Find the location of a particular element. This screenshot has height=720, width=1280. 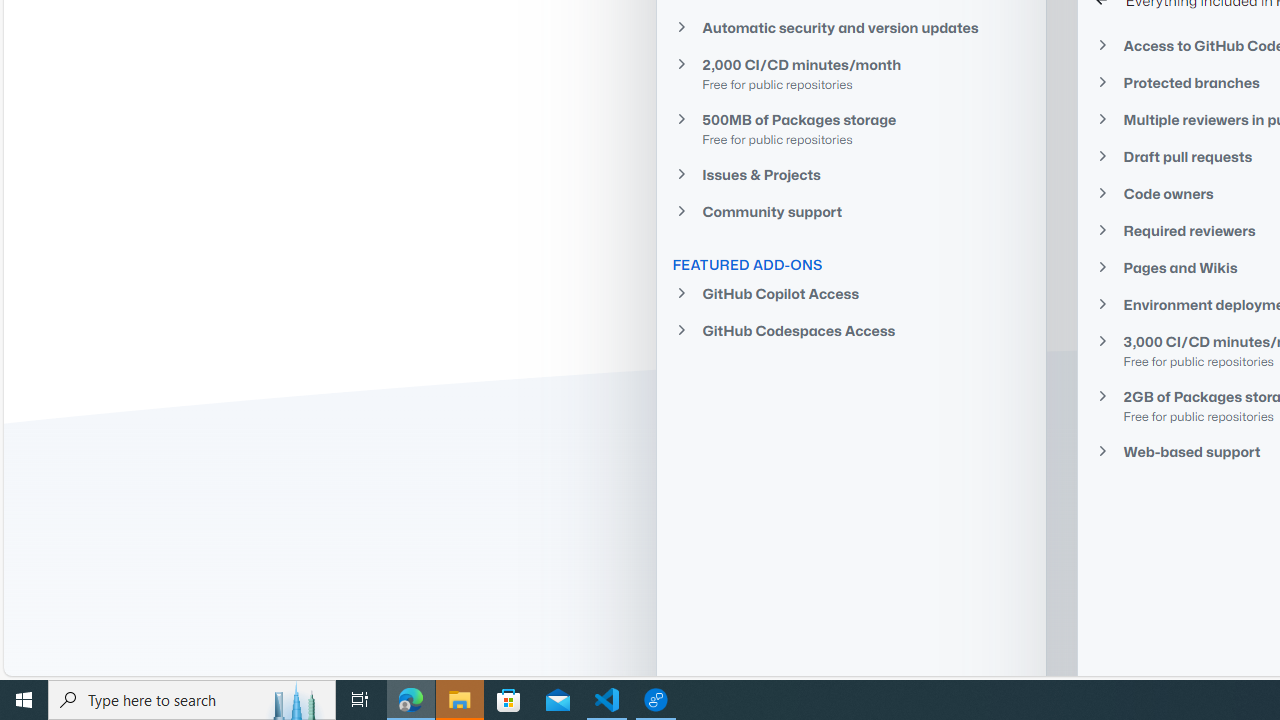

'GitHub Copilot Access' is located at coordinates (851, 293).